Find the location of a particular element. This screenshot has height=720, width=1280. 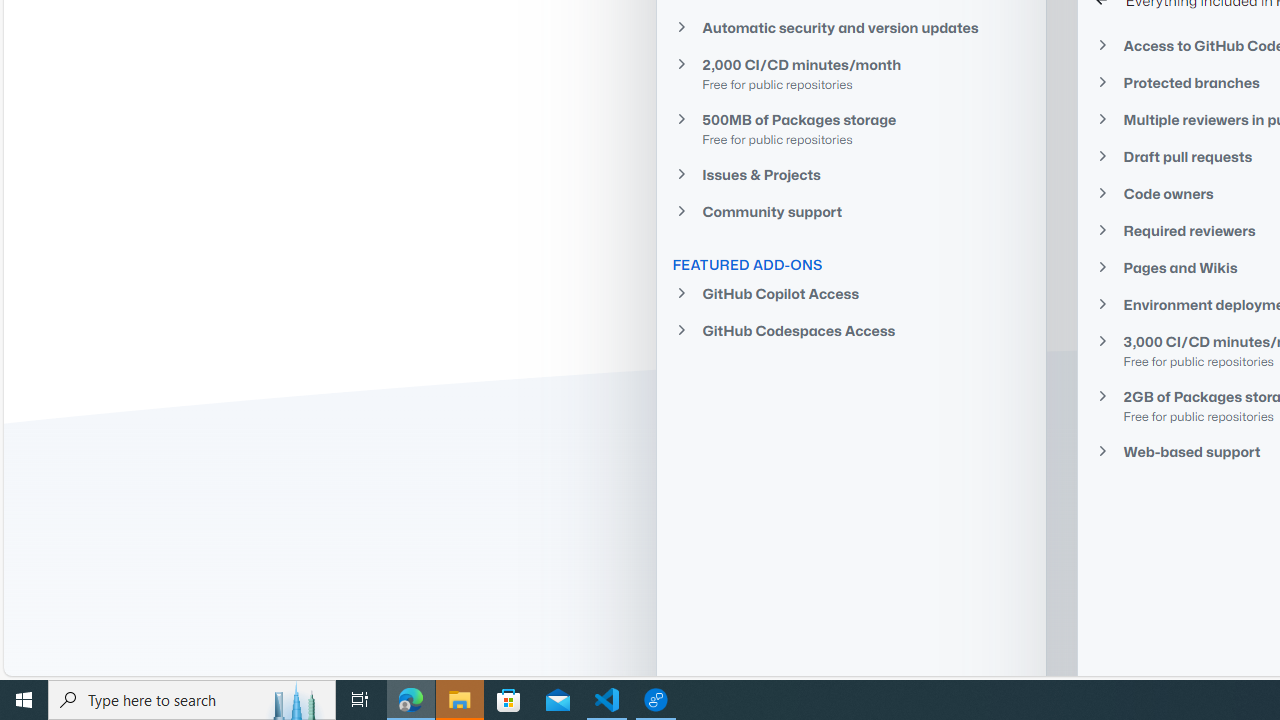

'GitHub Copilot Access' is located at coordinates (851, 293).